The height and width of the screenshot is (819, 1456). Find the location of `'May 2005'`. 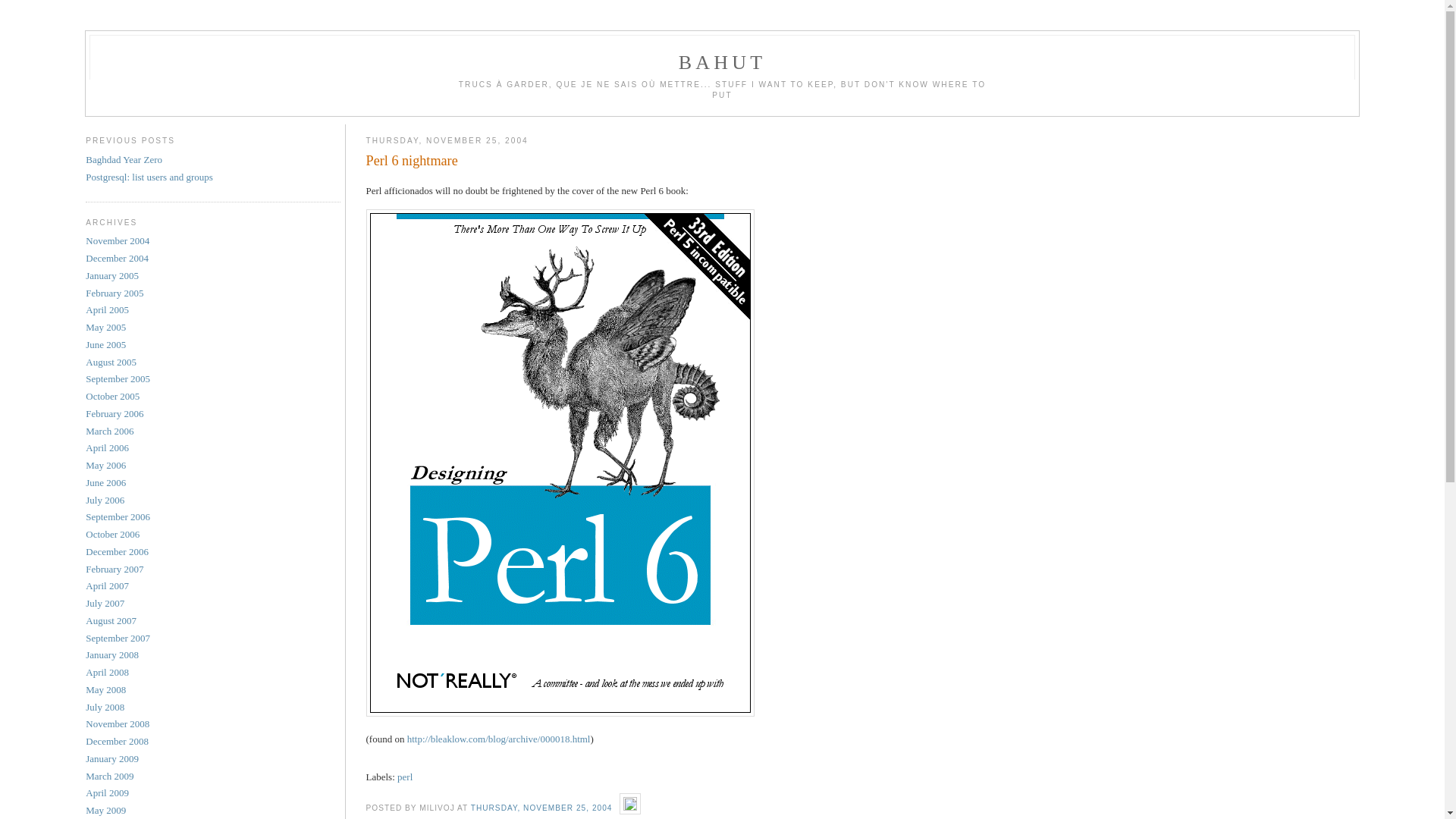

'May 2005' is located at coordinates (105, 326).